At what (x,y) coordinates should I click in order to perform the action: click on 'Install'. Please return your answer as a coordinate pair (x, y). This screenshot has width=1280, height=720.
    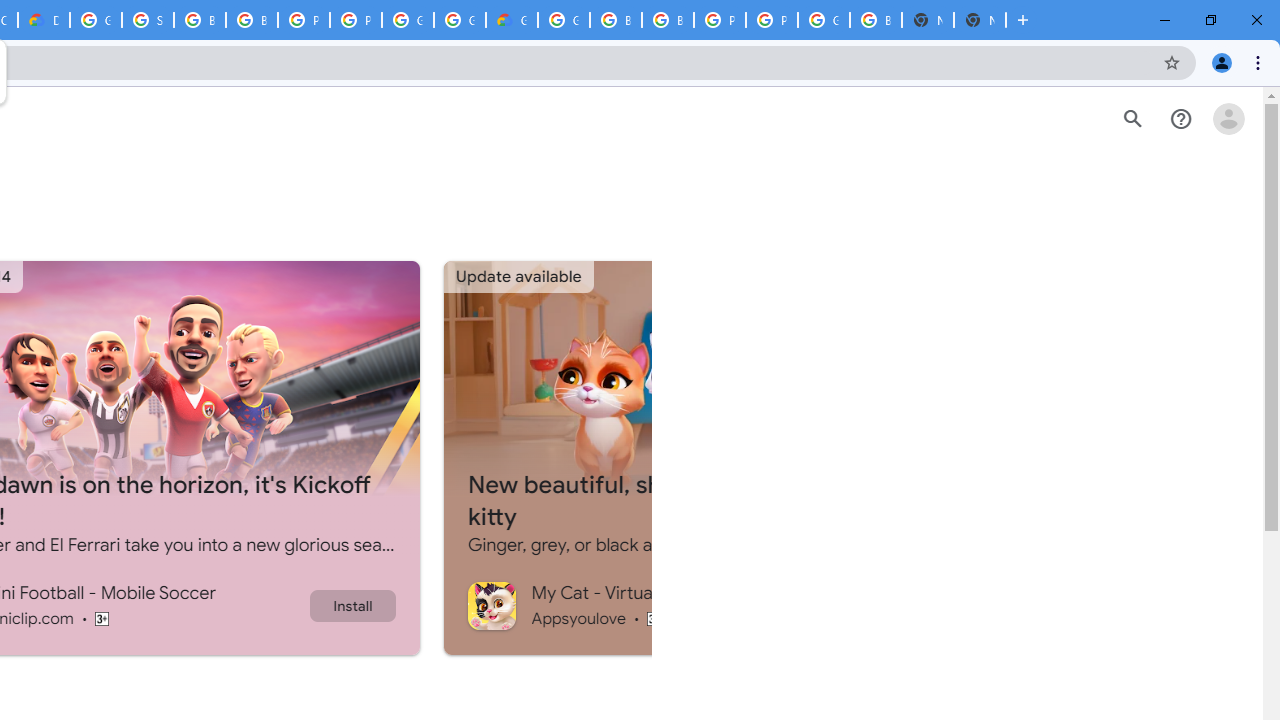
    Looking at the image, I should click on (352, 604).